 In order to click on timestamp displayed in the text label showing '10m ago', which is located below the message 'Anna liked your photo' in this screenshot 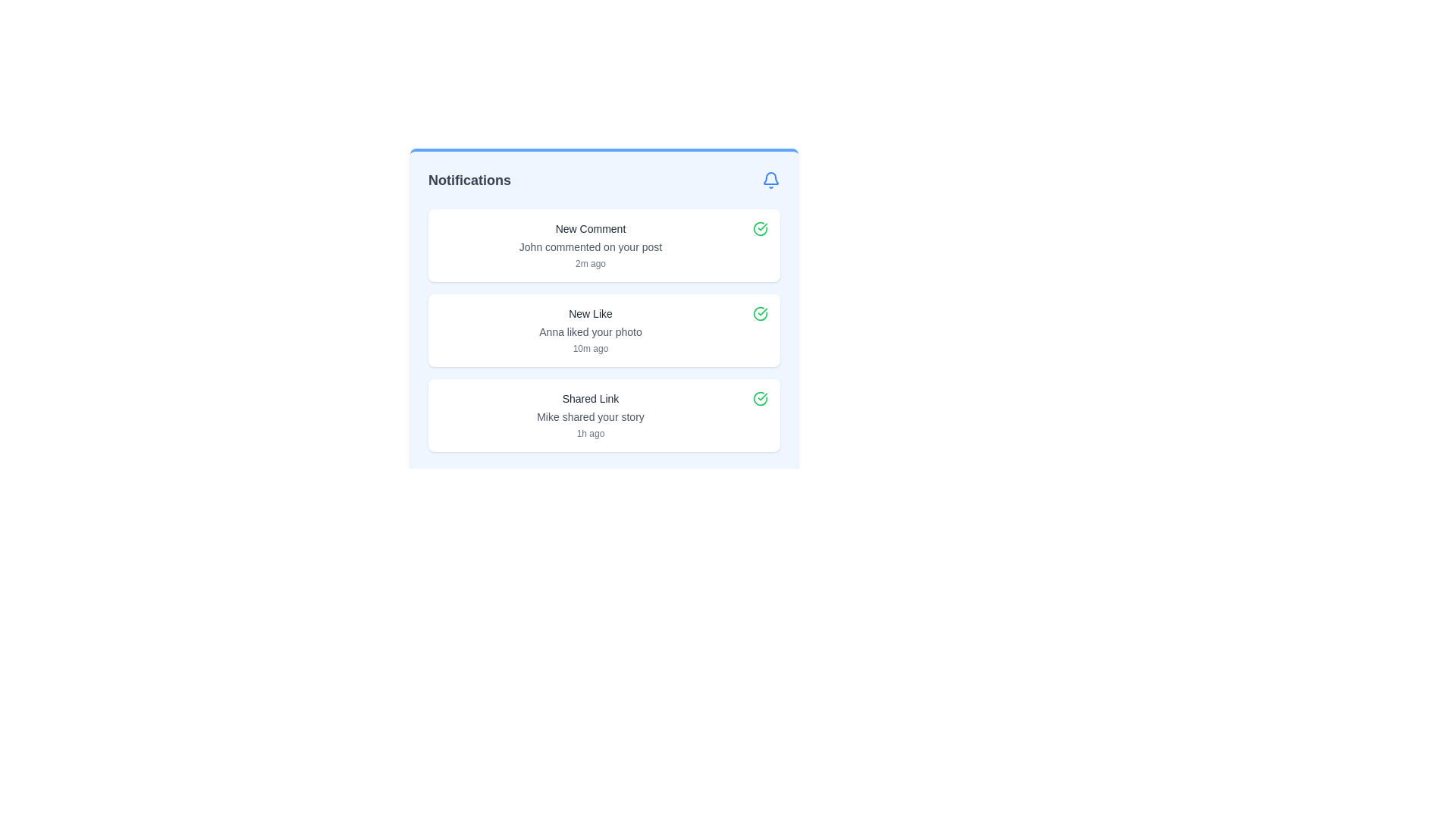, I will do `click(589, 348)`.